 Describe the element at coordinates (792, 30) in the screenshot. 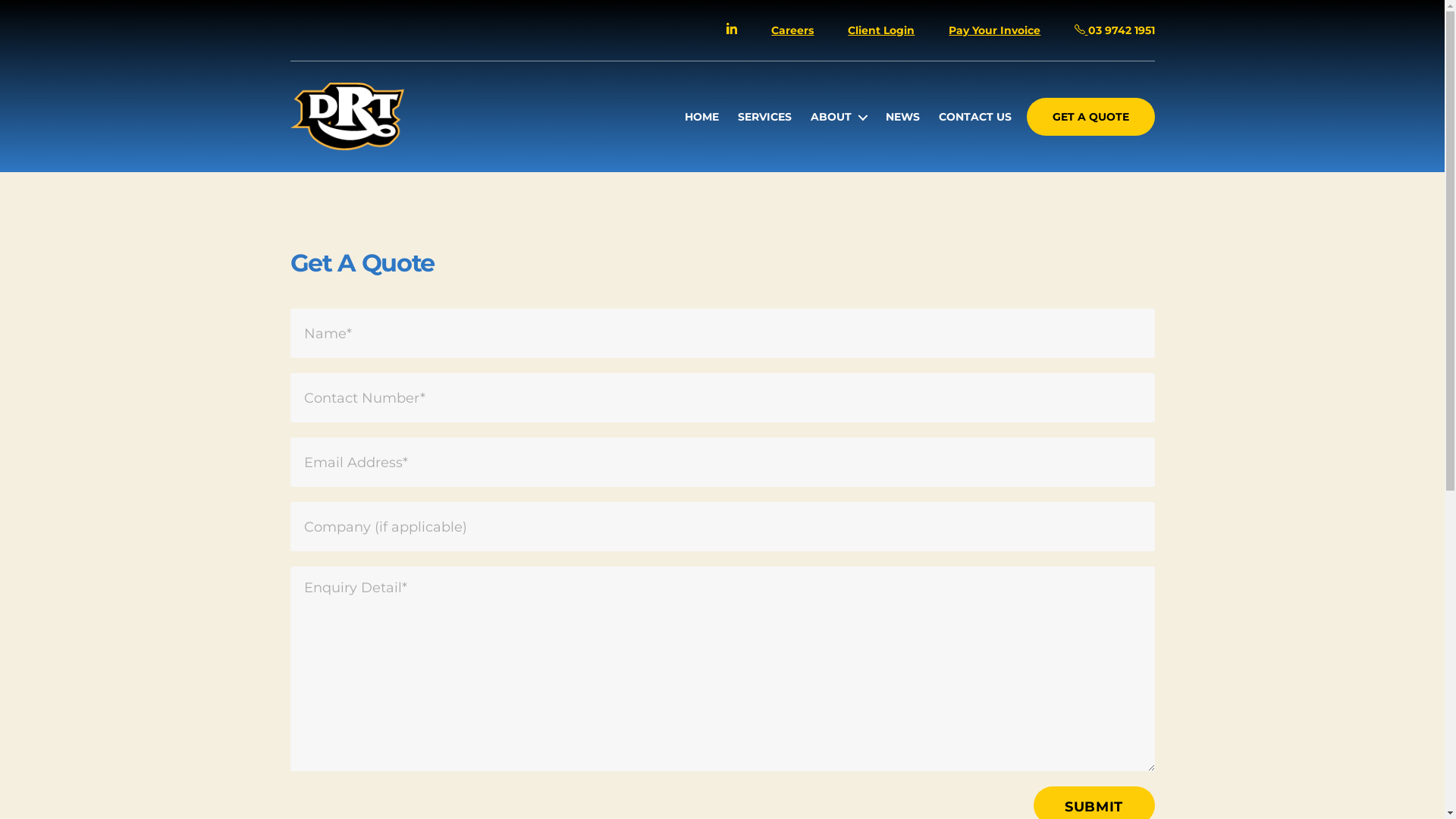

I see `'Careers'` at that location.